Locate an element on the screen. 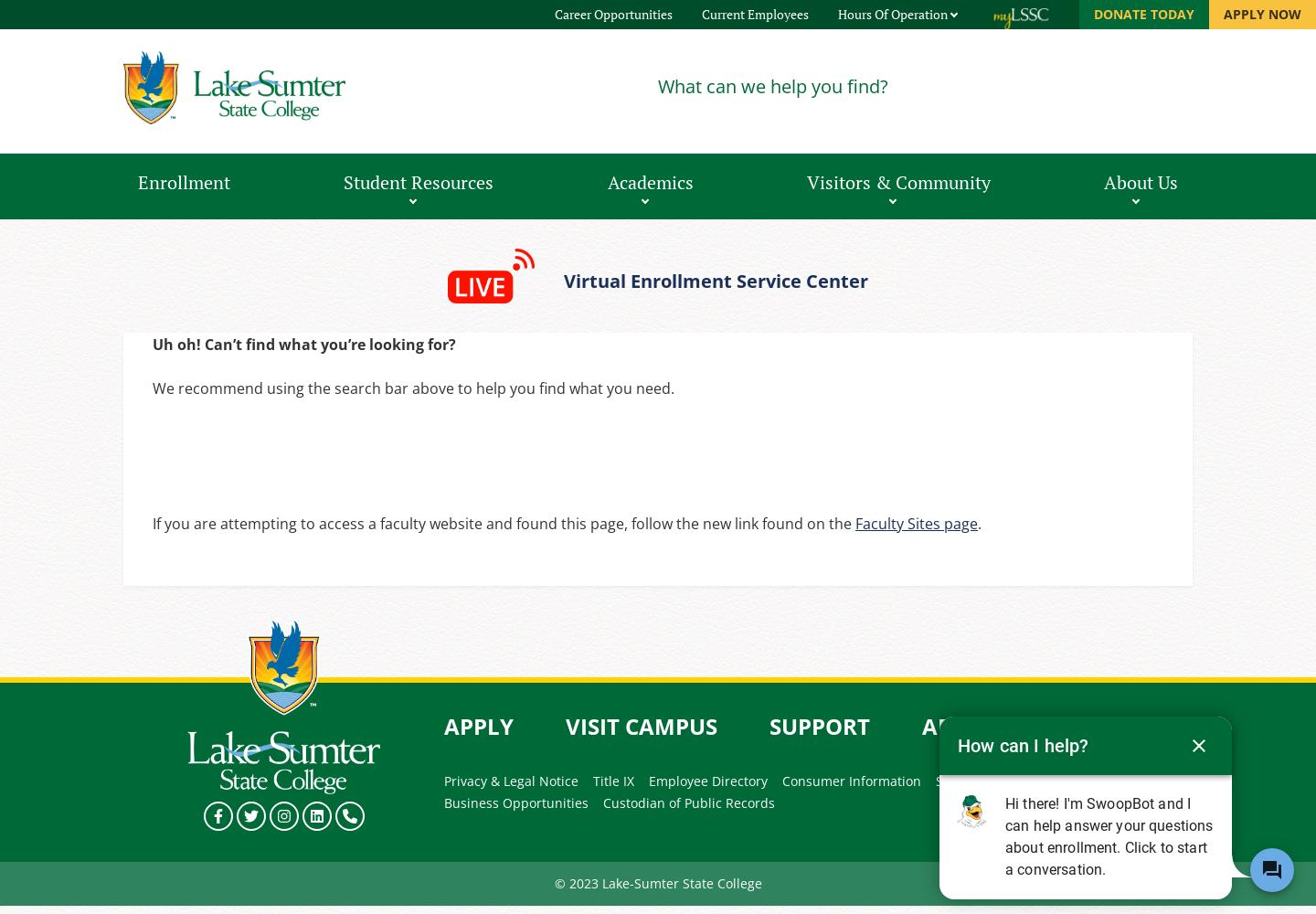  'Visit Campus' is located at coordinates (565, 726).